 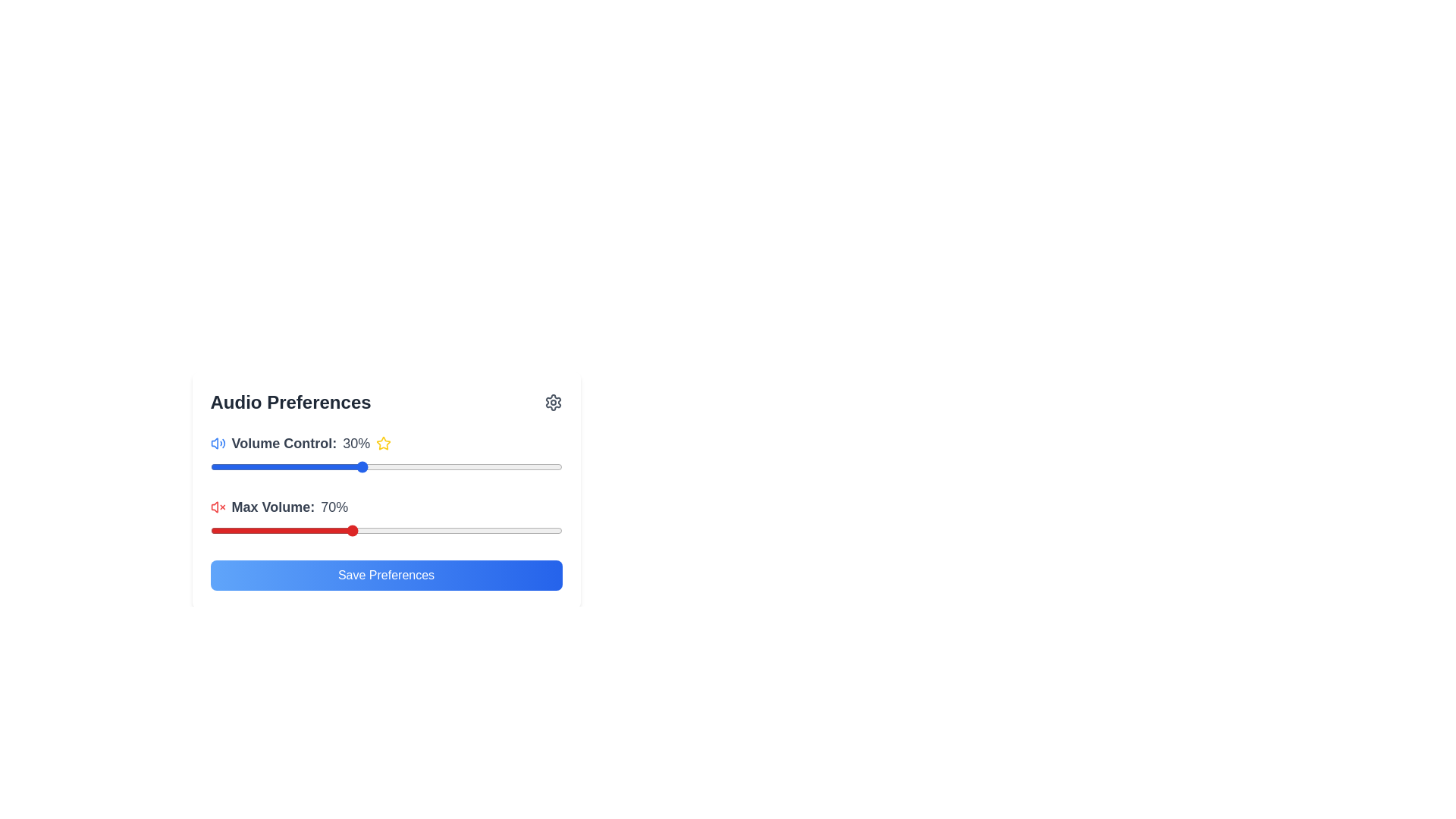 I want to click on the star-shaped icon used for rating or highlighting, located to the right of the 'Volume Control: 30%' text and below the 'Max Volume' slider, so click(x=384, y=443).